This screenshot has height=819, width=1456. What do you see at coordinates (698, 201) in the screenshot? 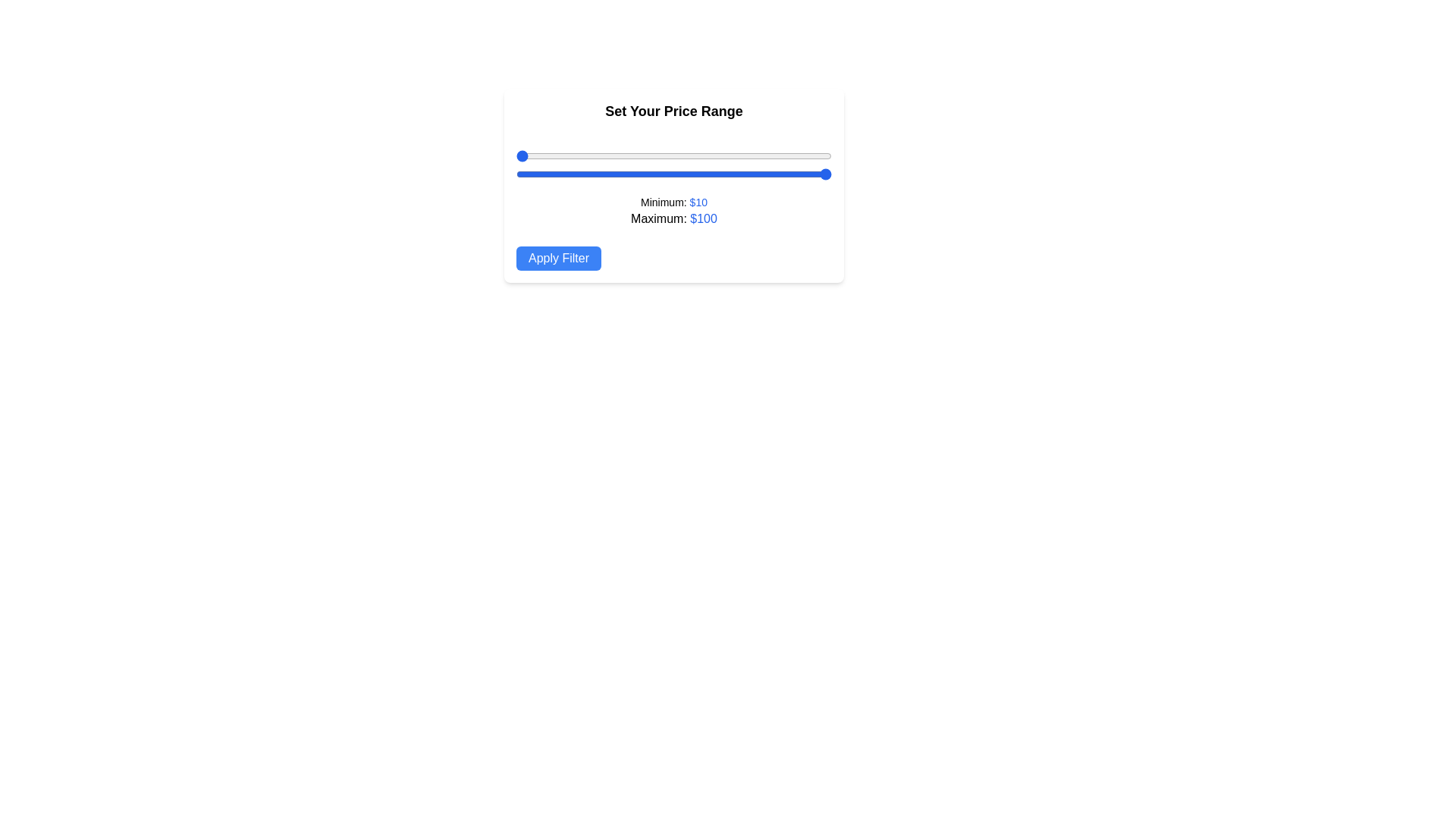
I see `the text element displaying '$10' in blue, located to the right of the label 'Minimum:' within the price range section` at bounding box center [698, 201].